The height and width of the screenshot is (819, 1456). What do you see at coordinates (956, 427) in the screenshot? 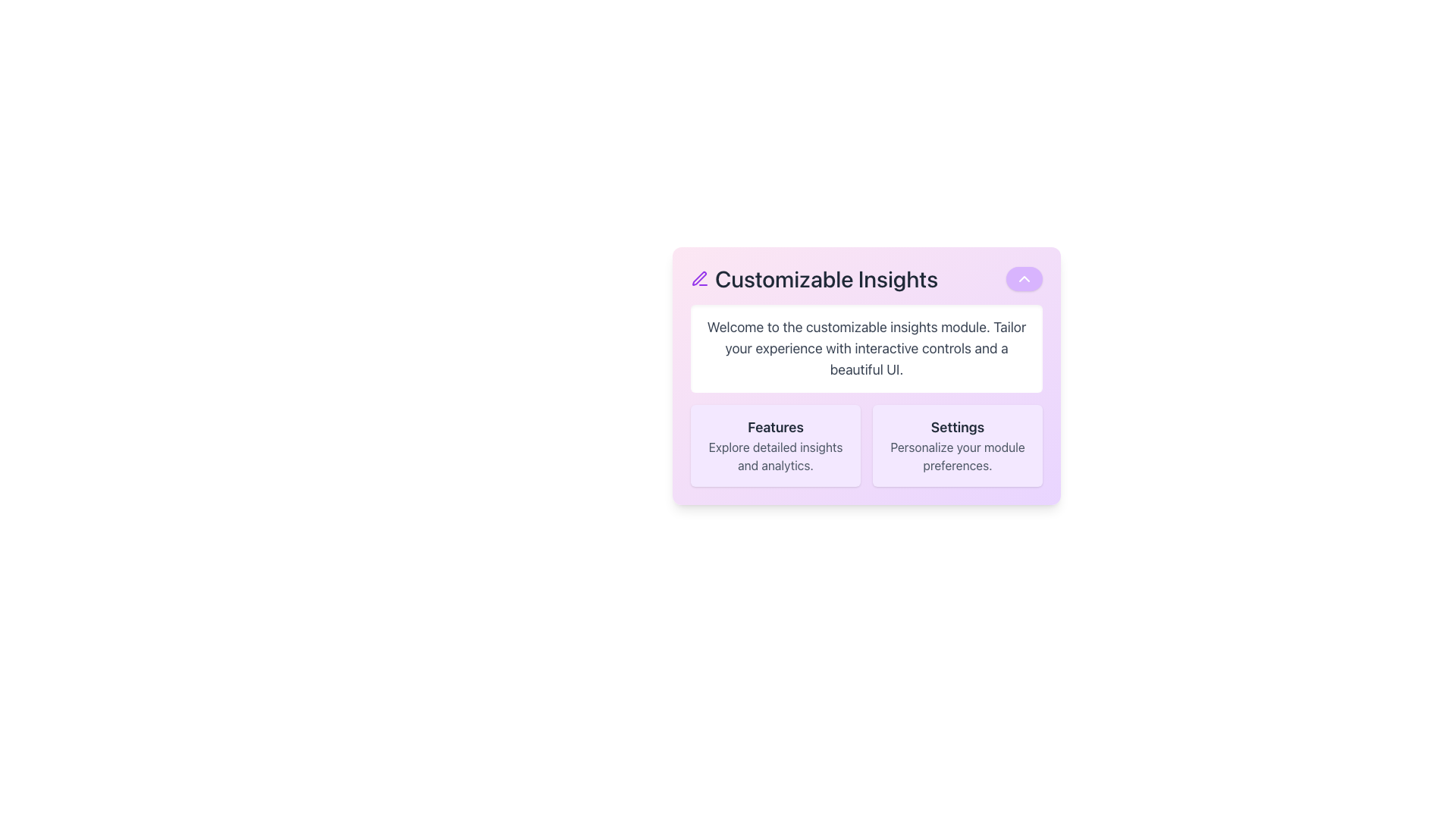
I see `the 'Settings' text label, which serves as a heading for configuring options in the 'Customizable Insights' card, located at the bottom-right section of the card` at bounding box center [956, 427].